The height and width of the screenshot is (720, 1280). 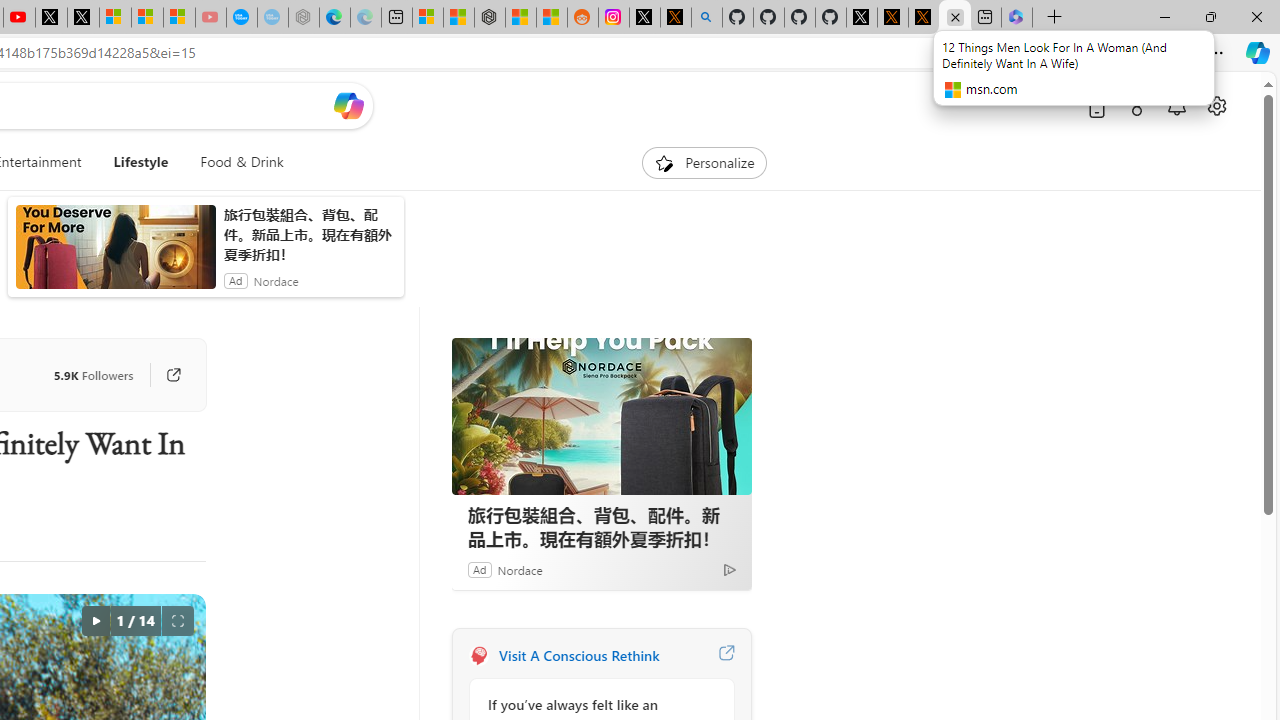 I want to click on 'github - Search', so click(x=707, y=17).